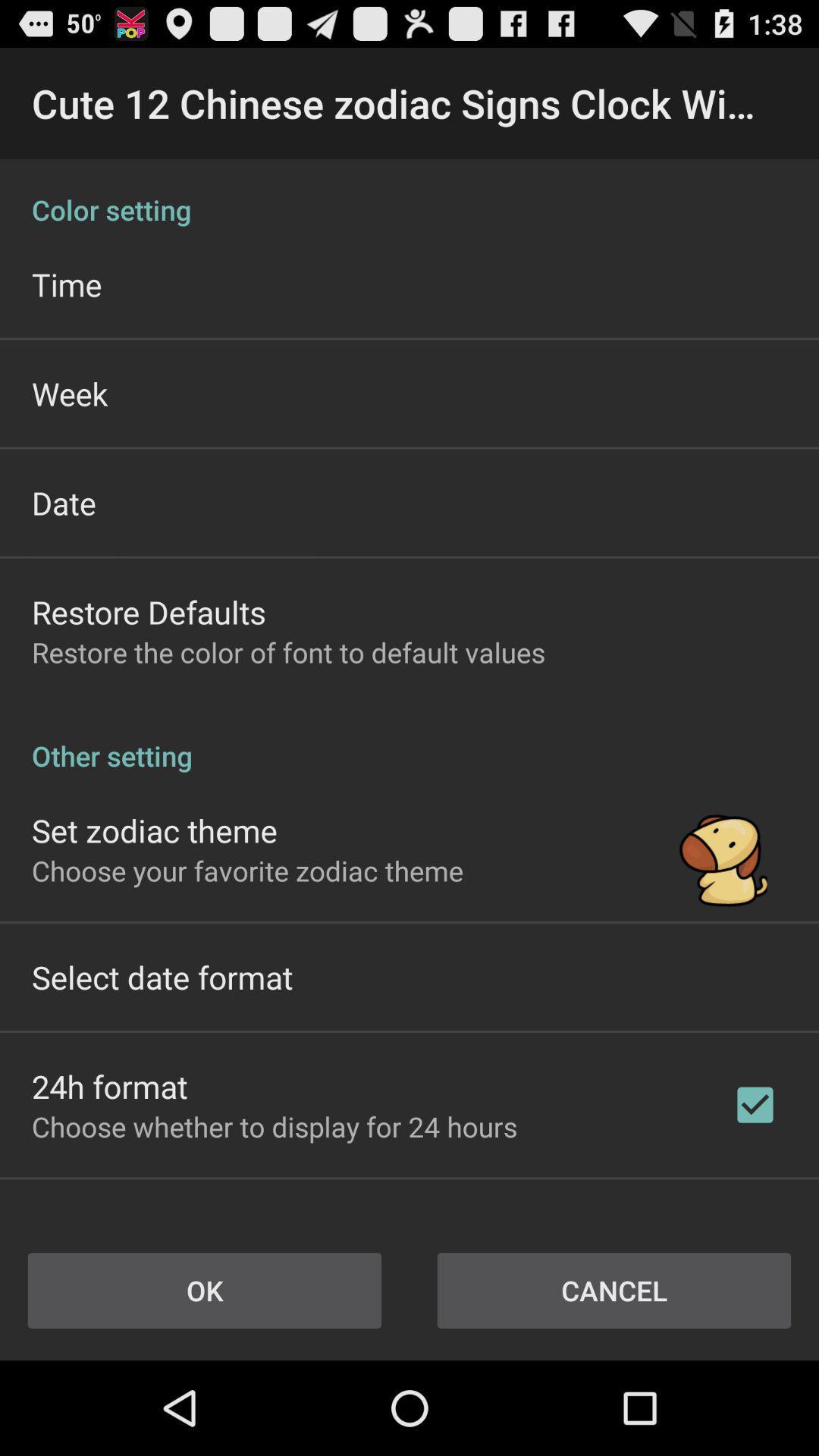 This screenshot has width=819, height=1456. What do you see at coordinates (162, 977) in the screenshot?
I see `the select date format app` at bounding box center [162, 977].